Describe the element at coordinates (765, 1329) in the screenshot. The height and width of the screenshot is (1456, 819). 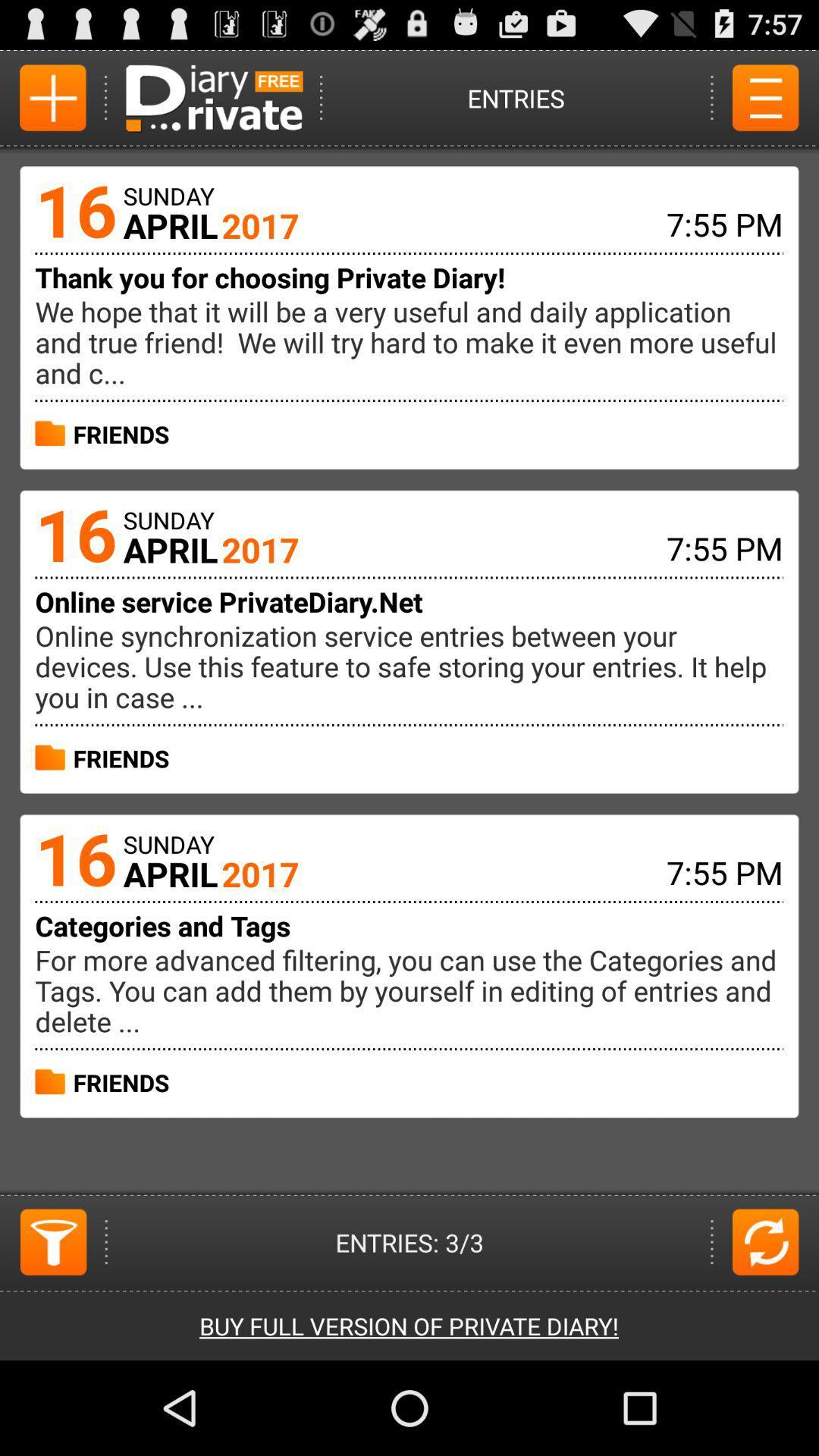
I see `the refresh icon` at that location.